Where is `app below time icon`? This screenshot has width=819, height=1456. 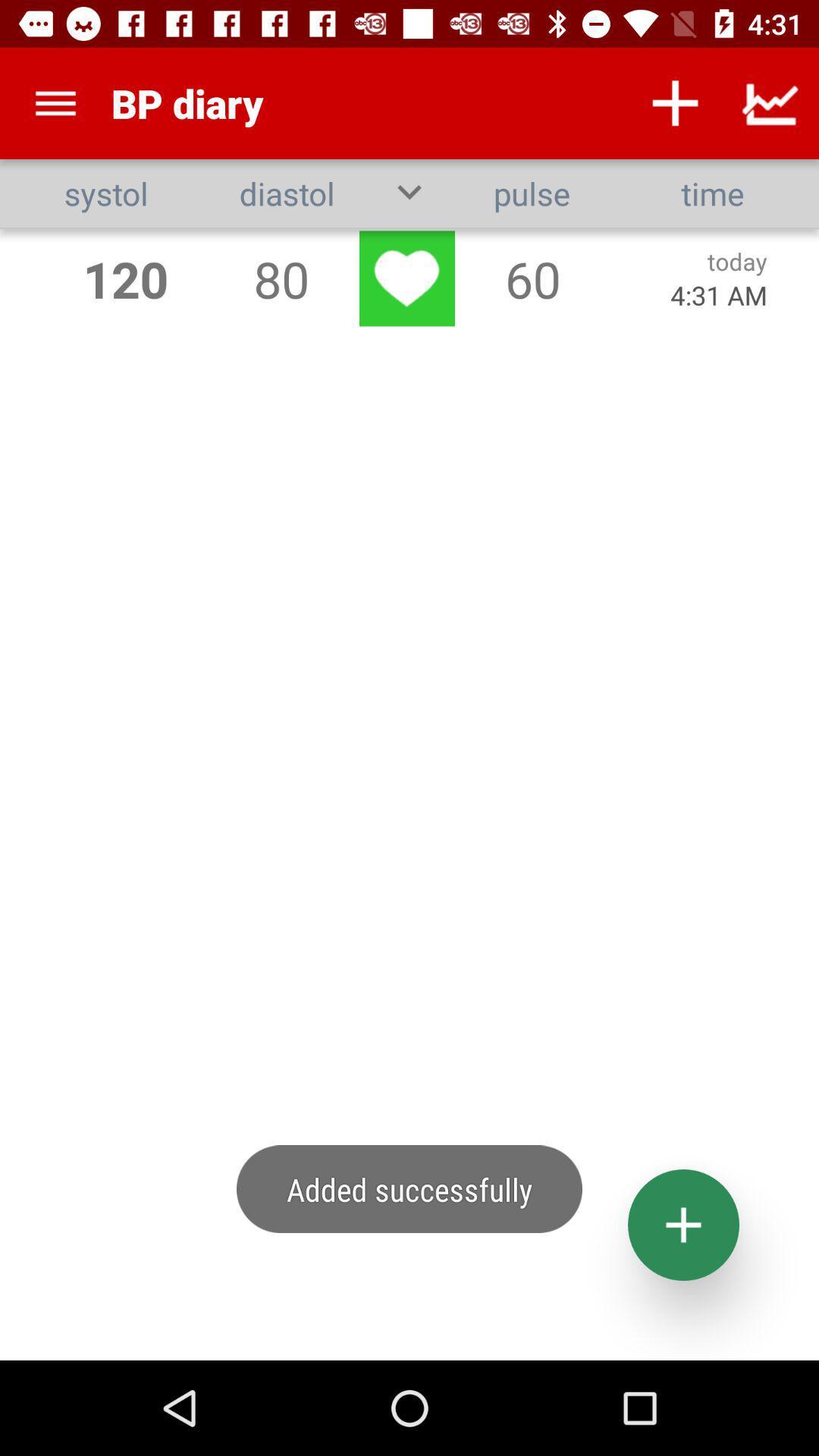 app below time icon is located at coordinates (736, 261).